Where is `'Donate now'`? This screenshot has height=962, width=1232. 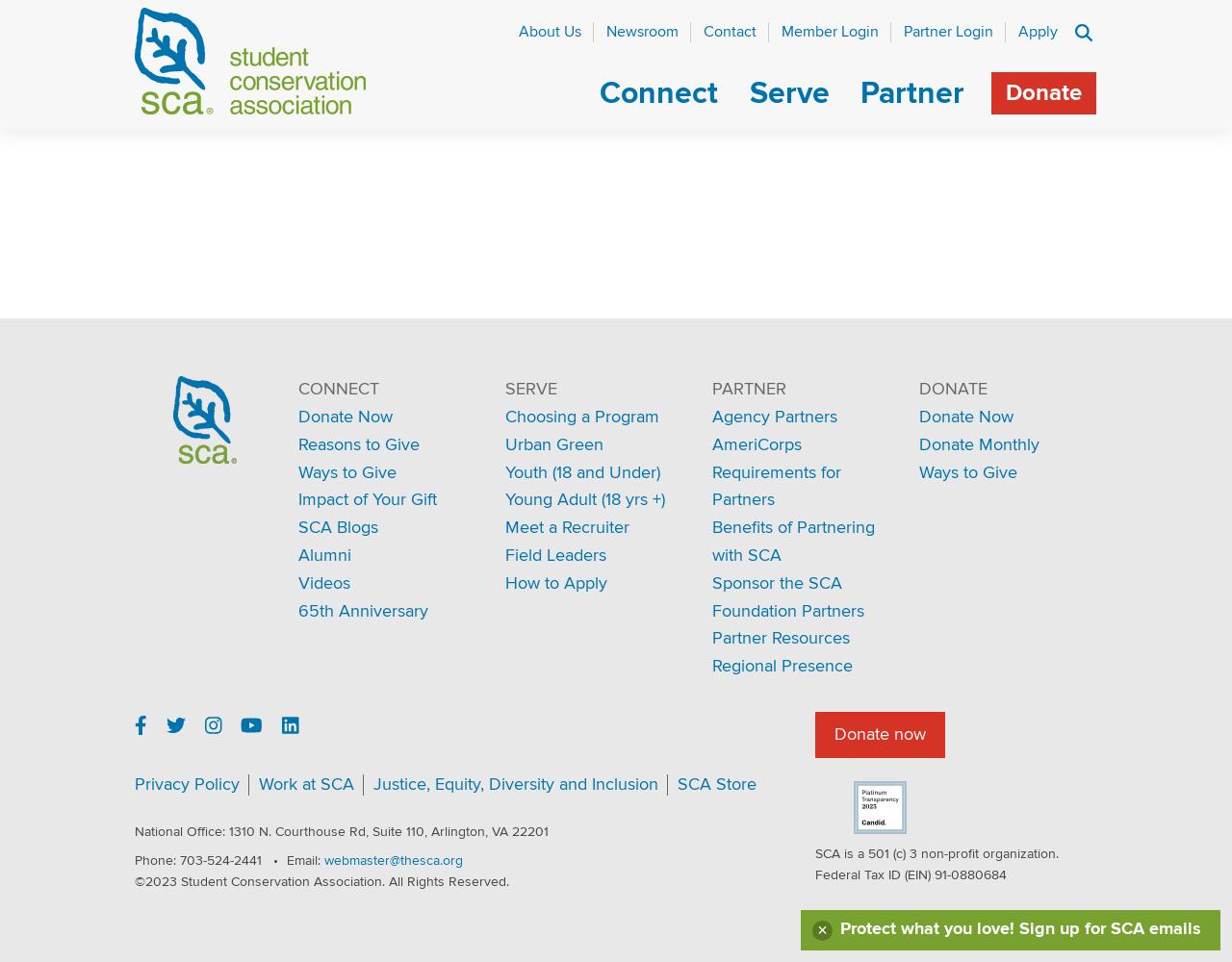
'Donate now' is located at coordinates (834, 733).